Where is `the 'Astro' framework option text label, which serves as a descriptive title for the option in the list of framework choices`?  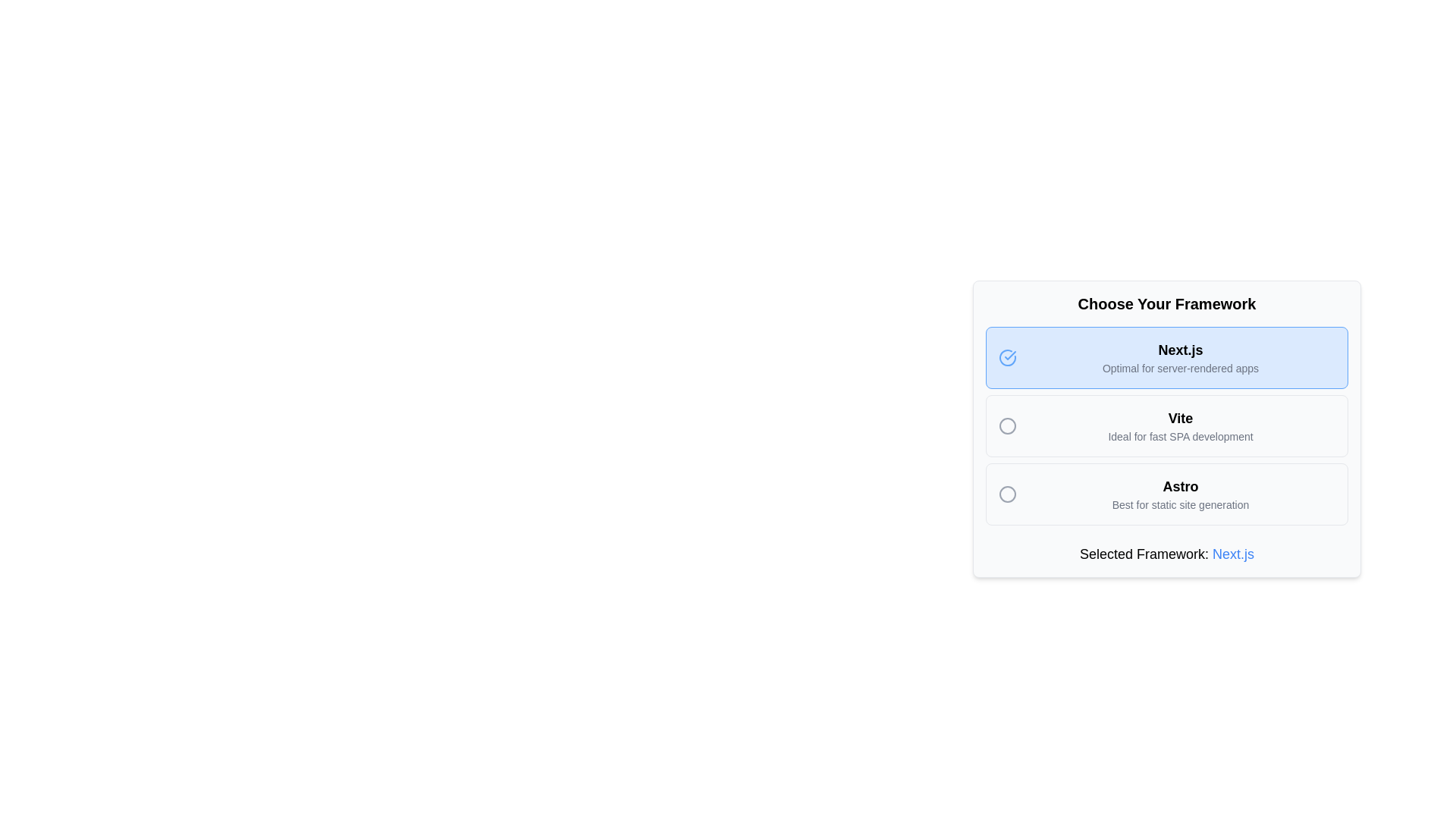
the 'Astro' framework option text label, which serves as a descriptive title for the option in the list of framework choices is located at coordinates (1179, 486).